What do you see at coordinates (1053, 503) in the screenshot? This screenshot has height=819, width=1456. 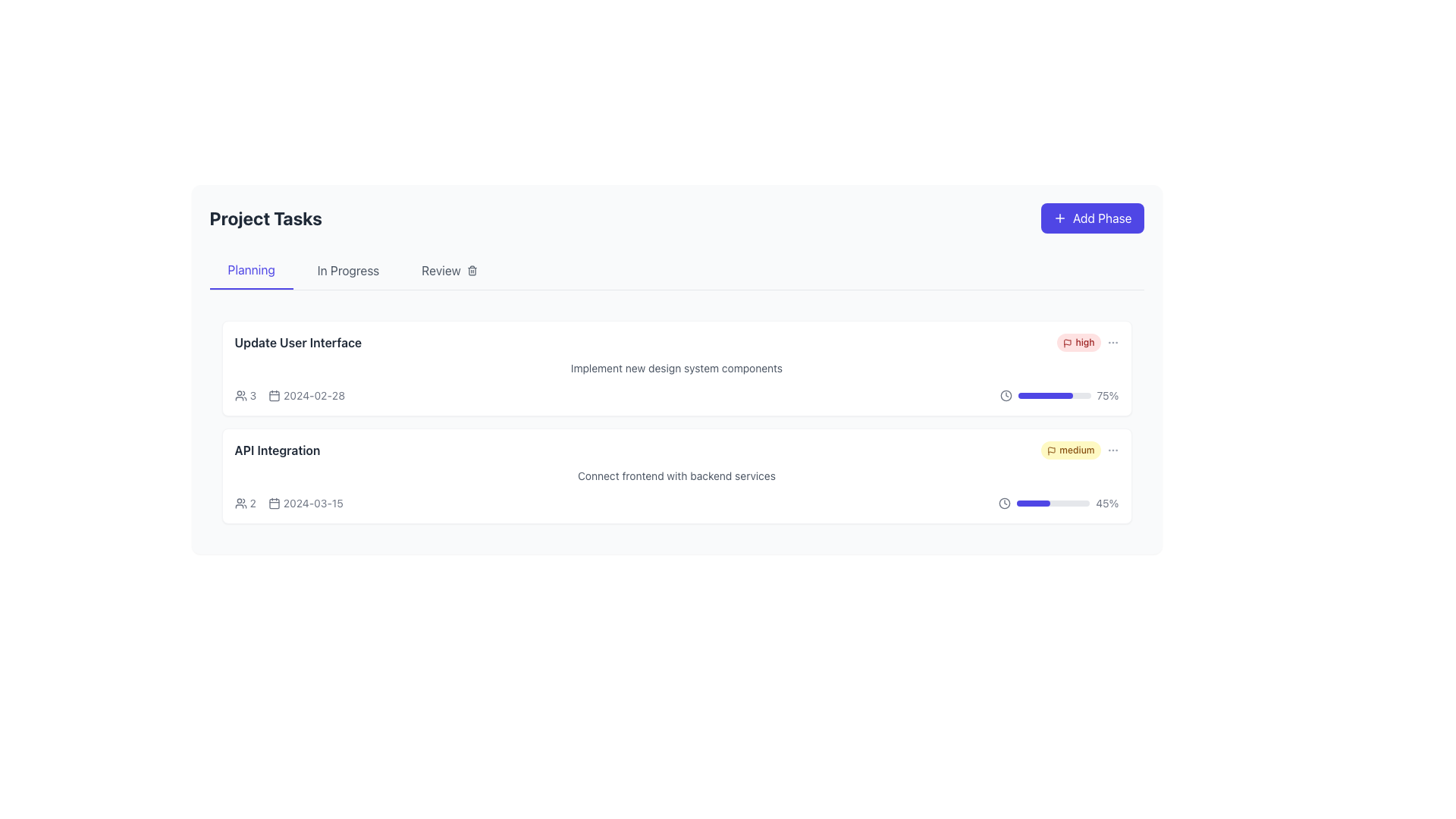 I see `the Progress Bar that represents 45% completion, located below the 'API Integration' task in the second row of the task list` at bounding box center [1053, 503].